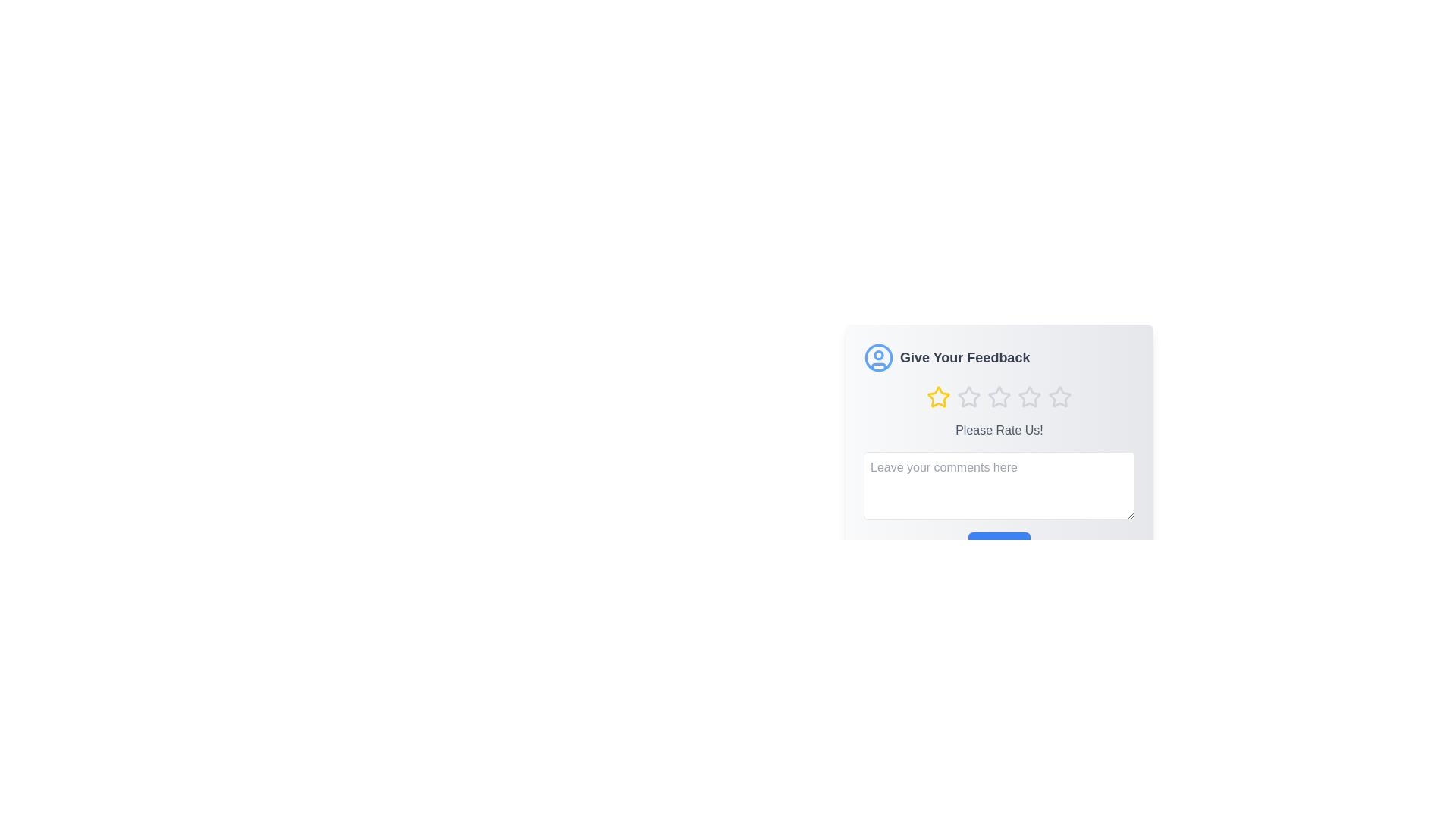 The height and width of the screenshot is (819, 1456). Describe the element at coordinates (968, 396) in the screenshot. I see `the second star icon in the rating system, which is outlined in light gray indicating it is not selected` at that location.